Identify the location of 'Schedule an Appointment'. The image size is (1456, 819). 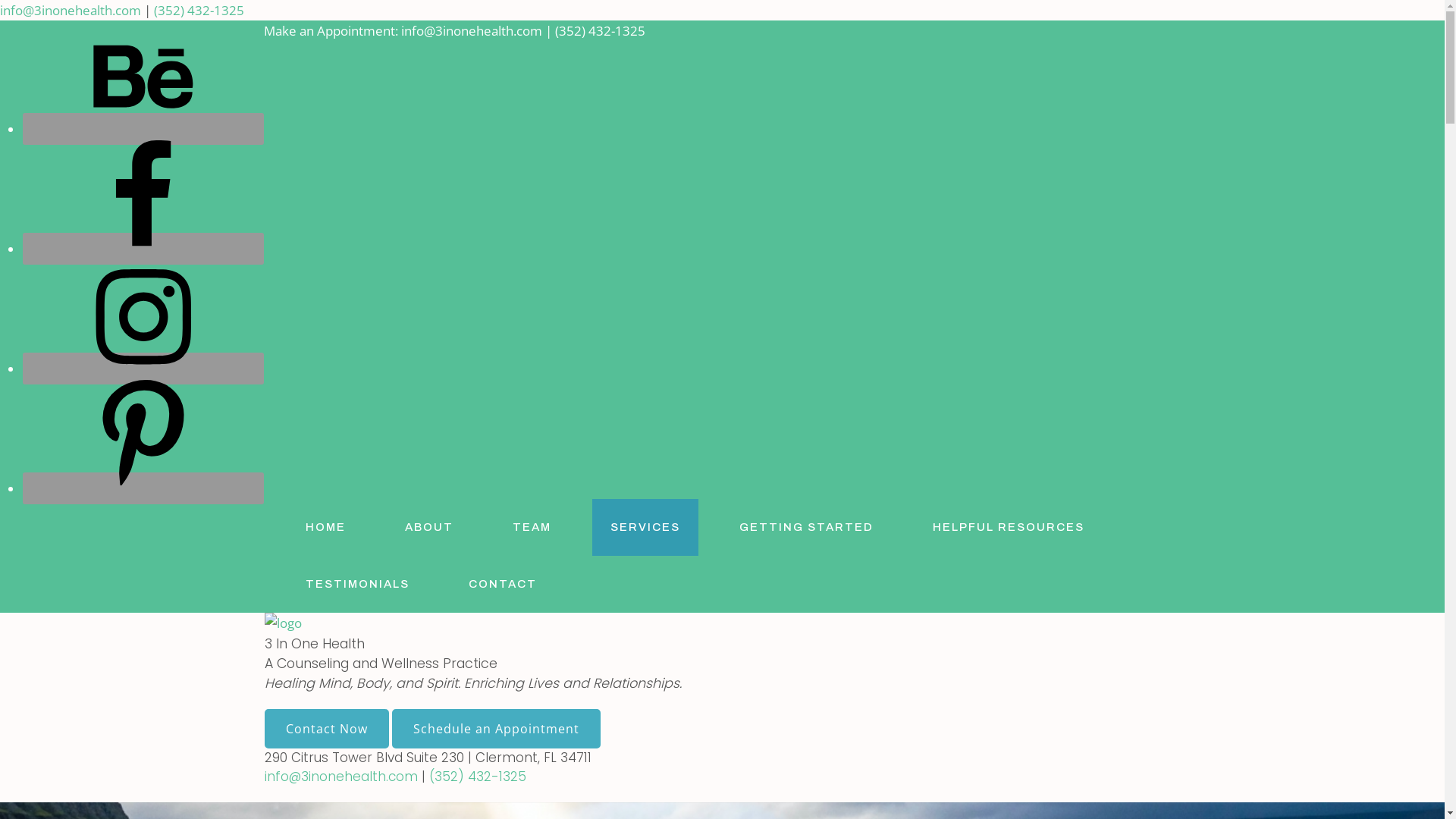
(495, 727).